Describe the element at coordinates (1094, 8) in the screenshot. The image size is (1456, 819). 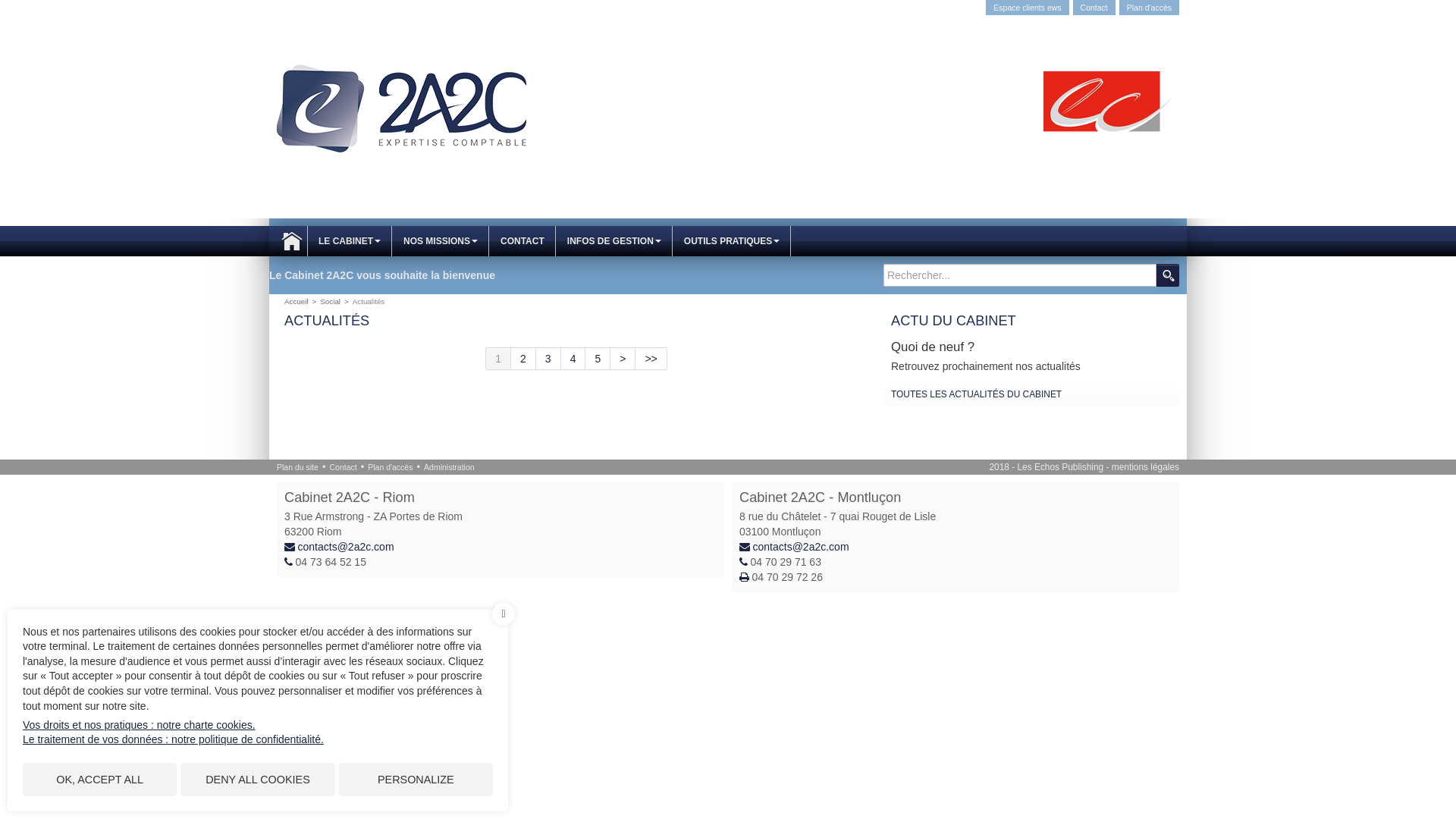
I see `'Contact'` at that location.